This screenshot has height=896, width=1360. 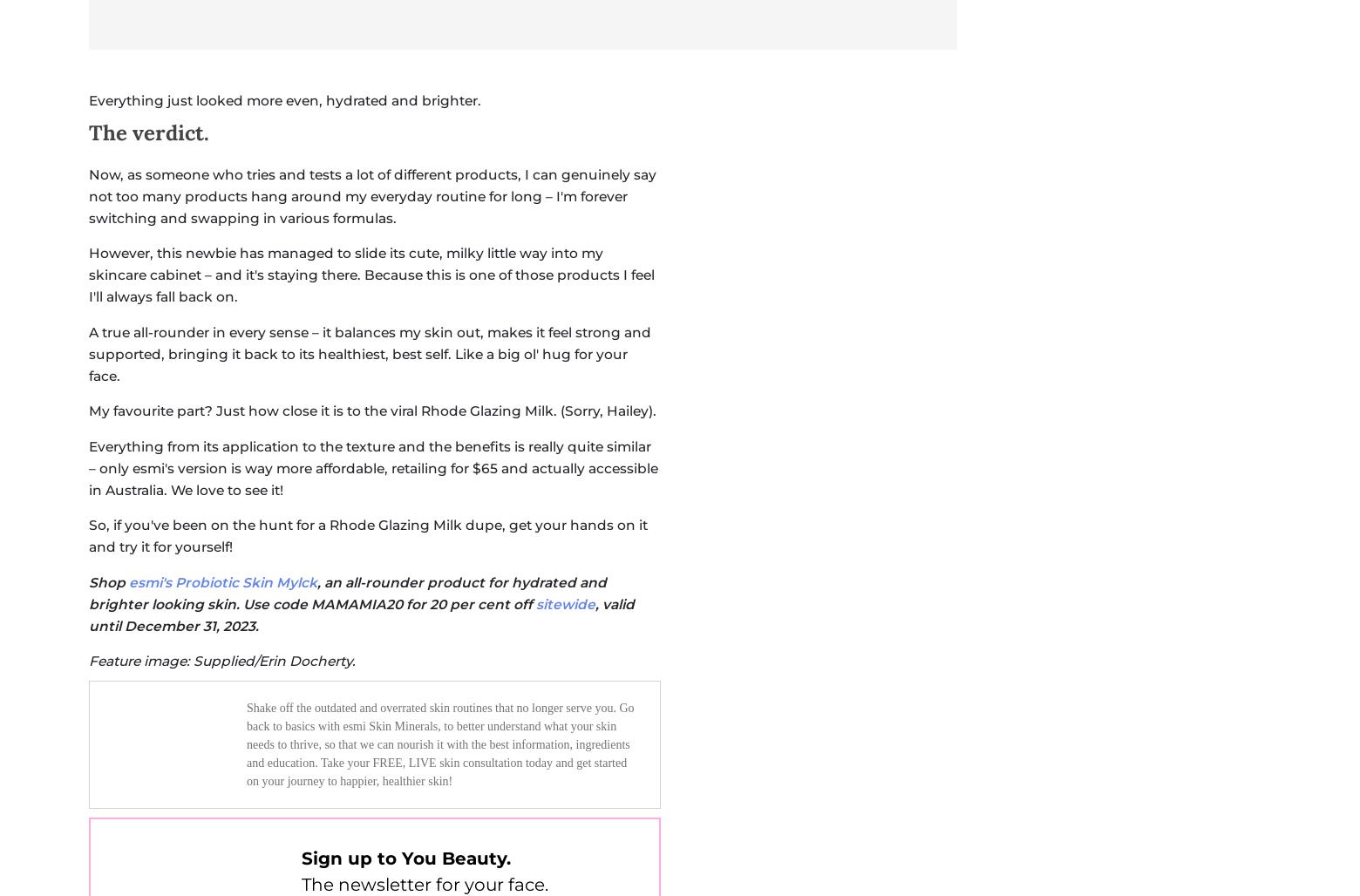 I want to click on 'Royal', so click(x=408, y=388).